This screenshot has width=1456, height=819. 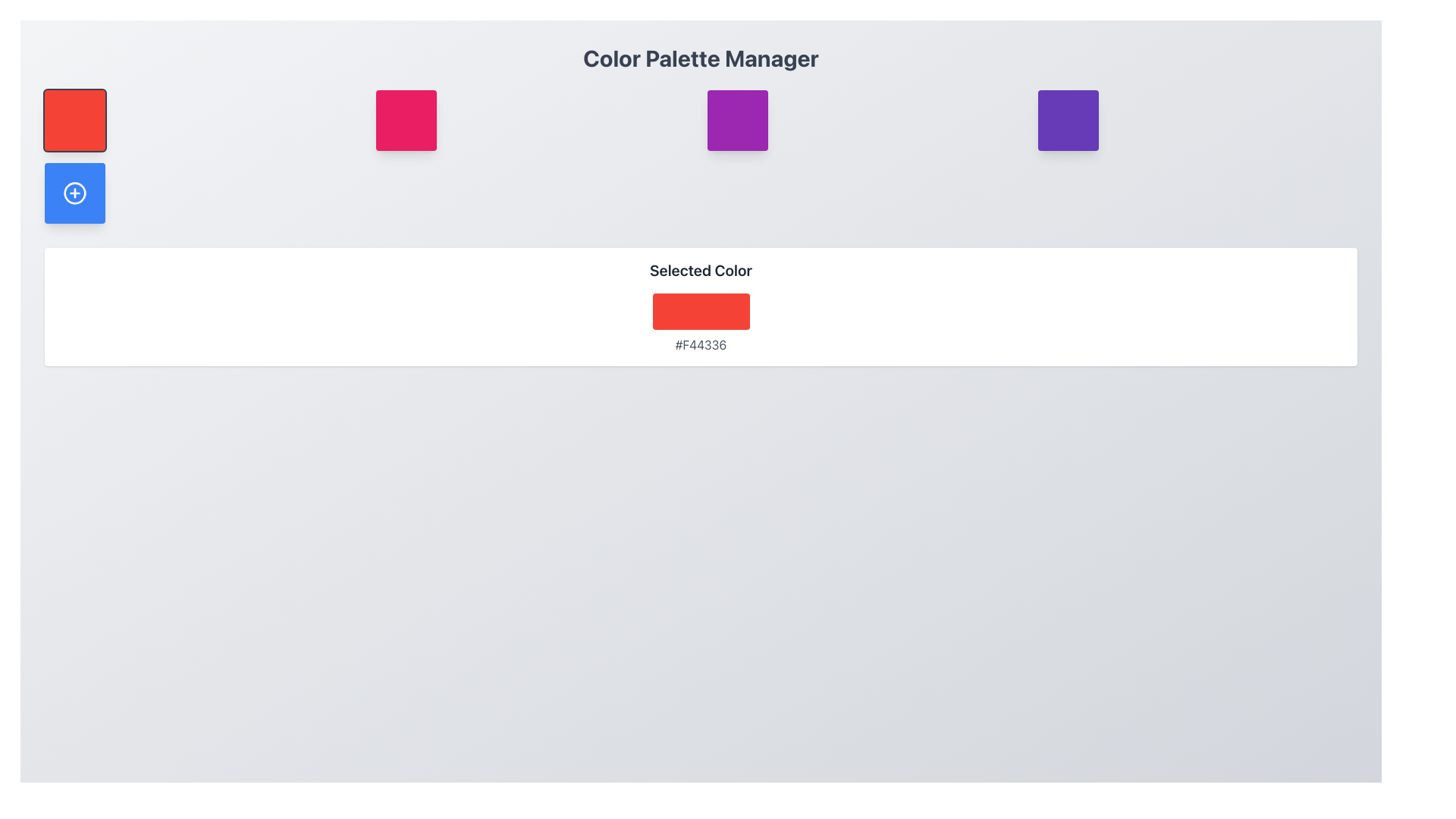 I want to click on the purple square-shaped button with rounded corners, which is the third button in a row of four elements beneath the title 'Color Palette Manager', so click(x=737, y=119).